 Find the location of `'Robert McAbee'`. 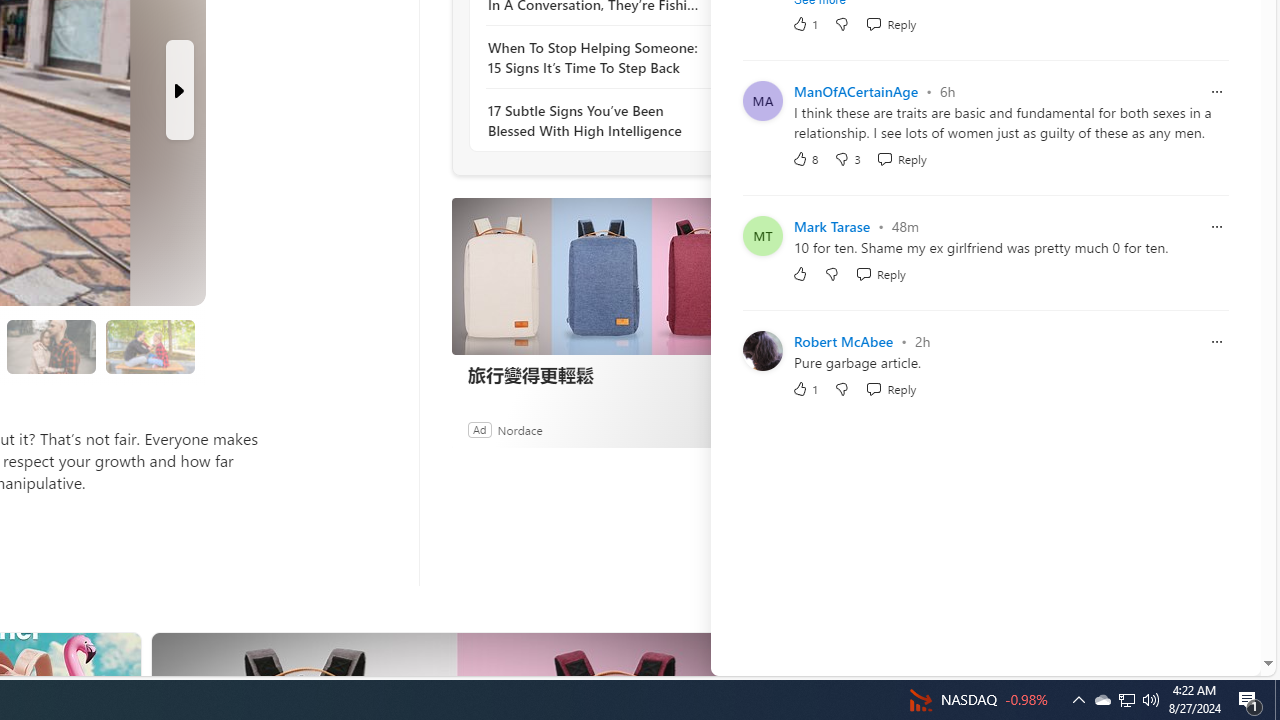

'Robert McAbee' is located at coordinates (843, 340).